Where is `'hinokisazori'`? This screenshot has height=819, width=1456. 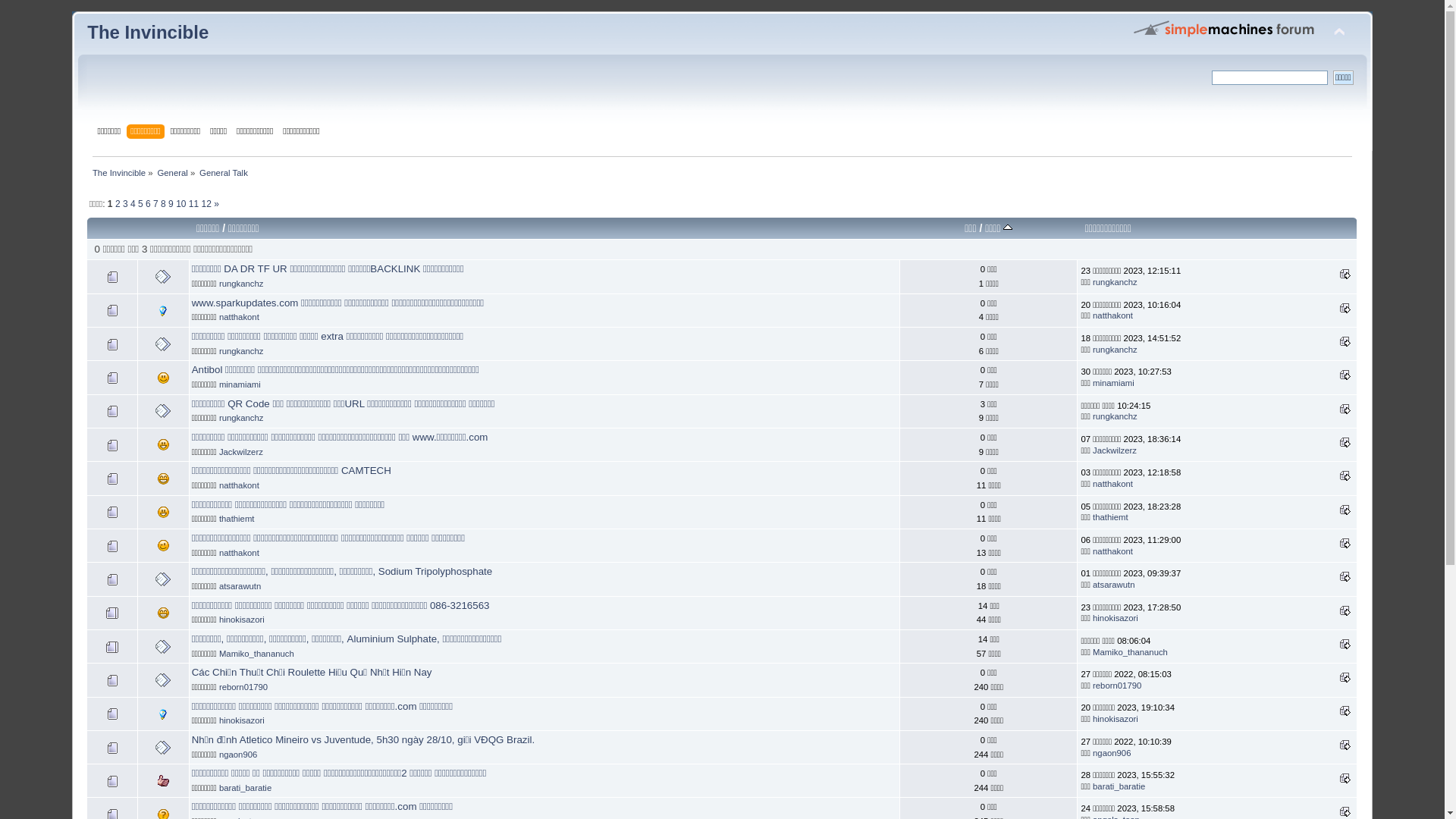 'hinokisazori' is located at coordinates (240, 719).